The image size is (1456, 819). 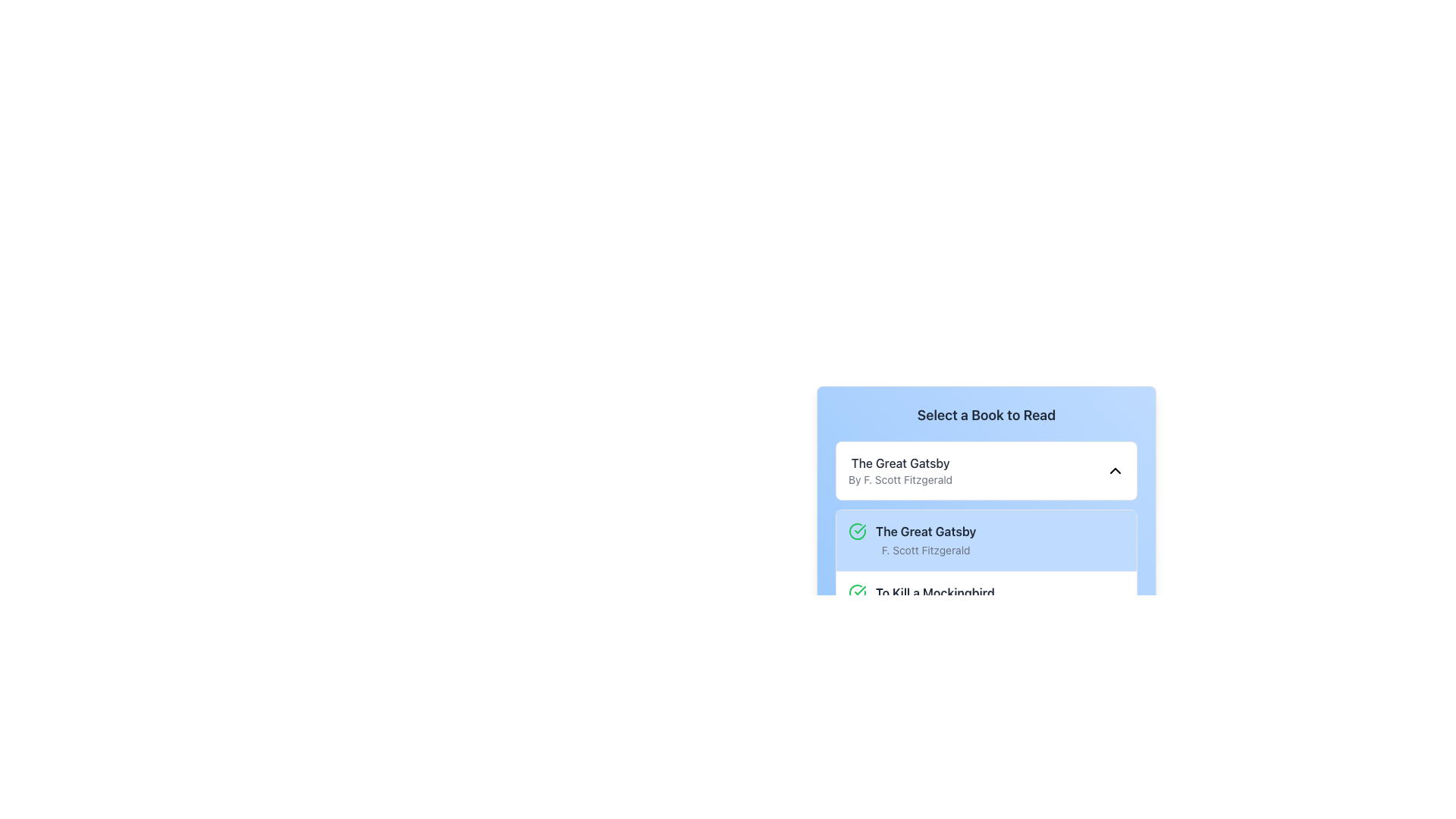 I want to click on the selectable list item for the book 'To Kill a Mockingbird', so click(x=986, y=601).